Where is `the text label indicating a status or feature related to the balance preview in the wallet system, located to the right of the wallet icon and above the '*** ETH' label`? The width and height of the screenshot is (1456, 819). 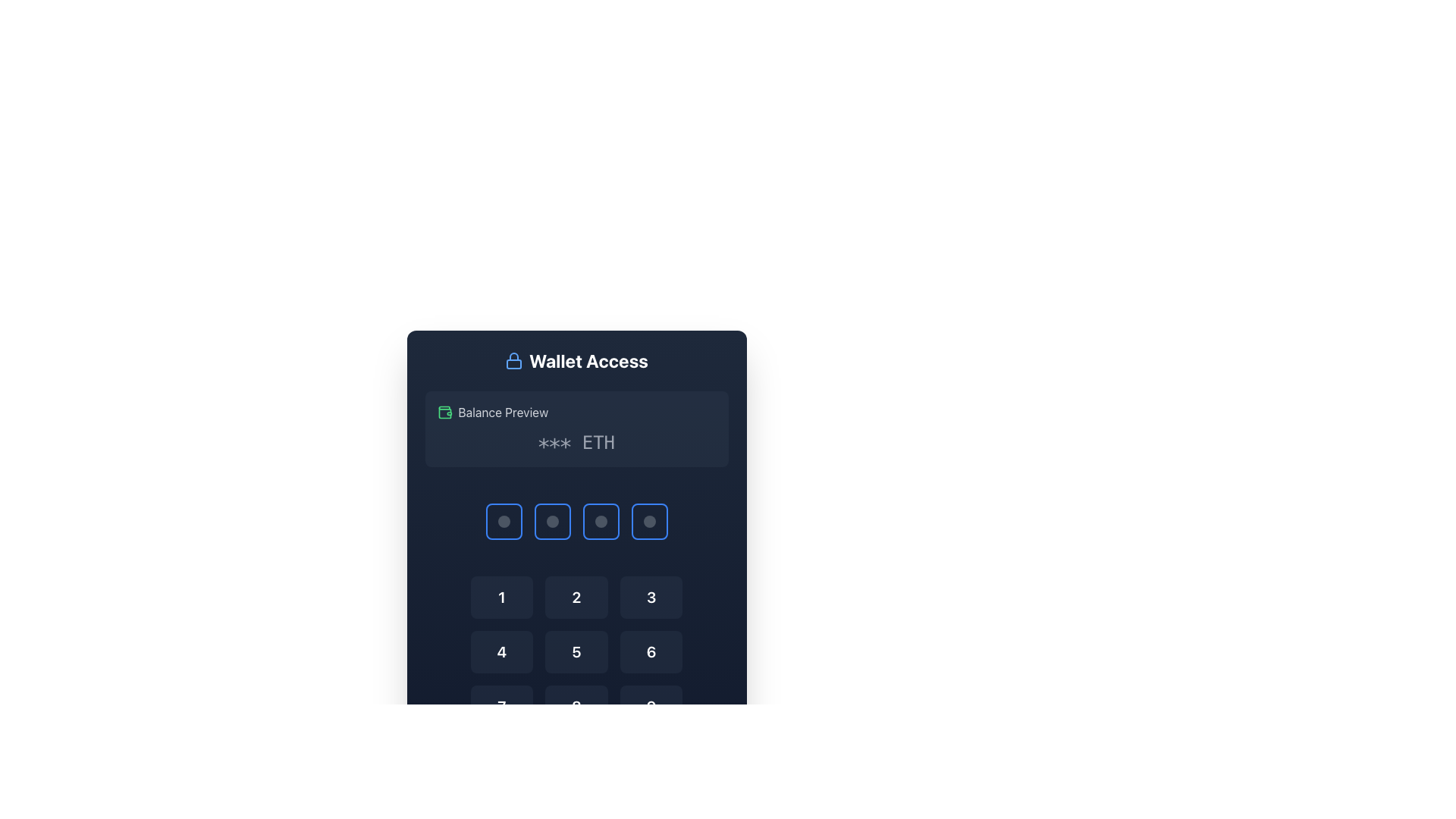
the text label indicating a status or feature related to the balance preview in the wallet system, located to the right of the wallet icon and above the '*** ETH' label is located at coordinates (503, 412).